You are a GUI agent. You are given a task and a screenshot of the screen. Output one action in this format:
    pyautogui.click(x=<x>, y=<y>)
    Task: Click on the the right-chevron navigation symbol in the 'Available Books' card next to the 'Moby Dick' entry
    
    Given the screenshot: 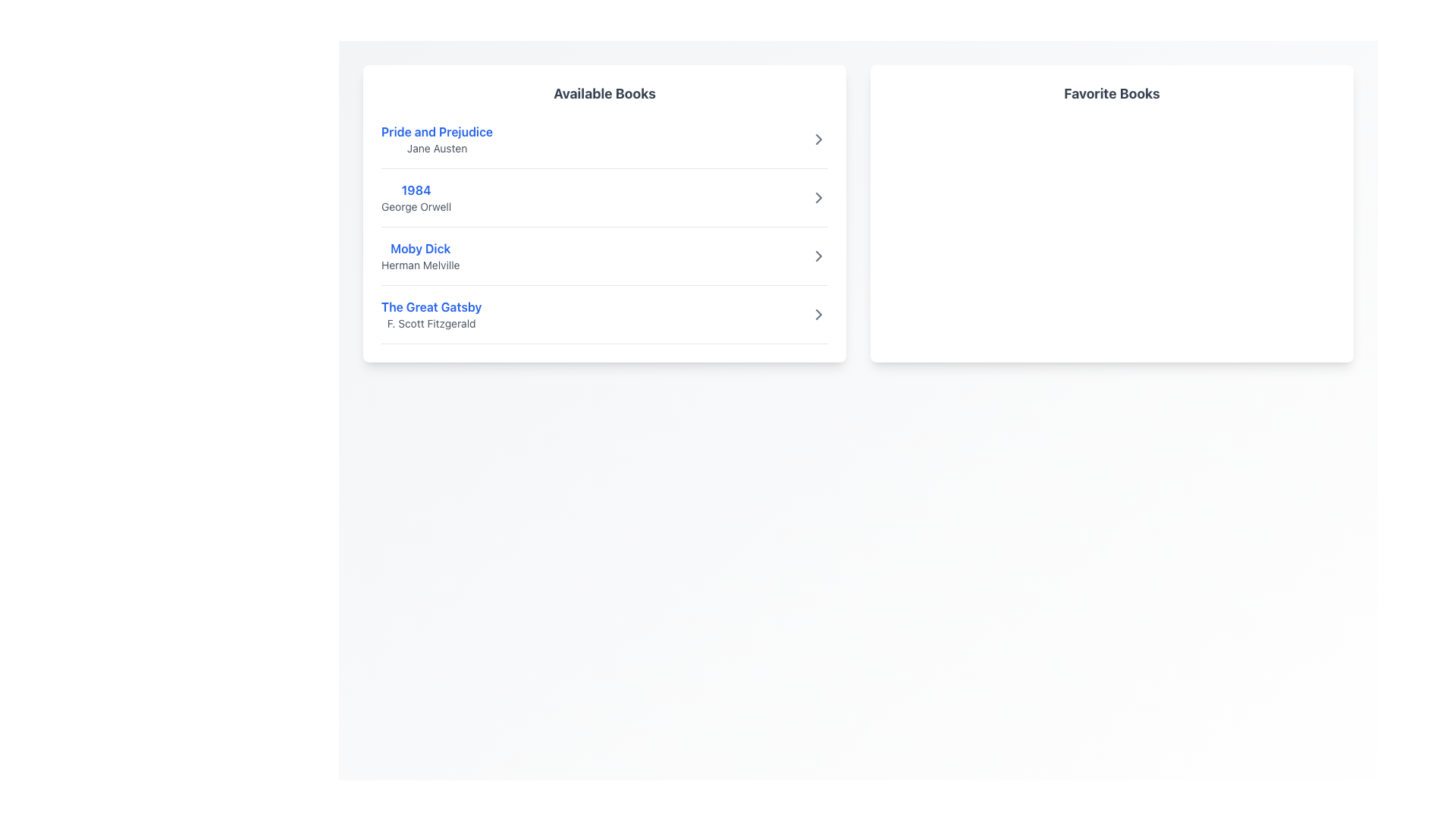 What is the action you would take?
    pyautogui.click(x=818, y=256)
    